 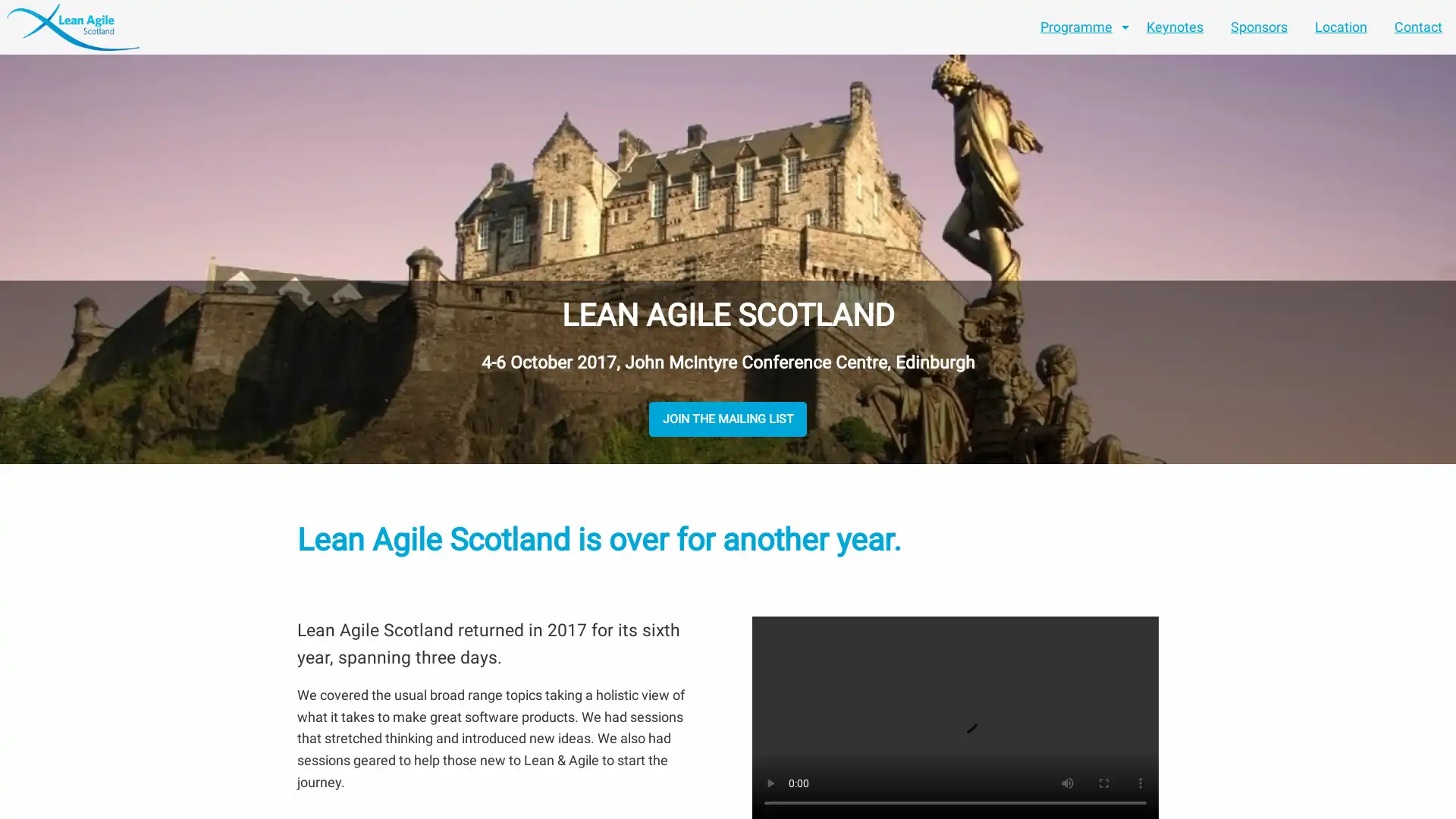 What do you see at coordinates (1140, 783) in the screenshot?
I see `show more media controls` at bounding box center [1140, 783].